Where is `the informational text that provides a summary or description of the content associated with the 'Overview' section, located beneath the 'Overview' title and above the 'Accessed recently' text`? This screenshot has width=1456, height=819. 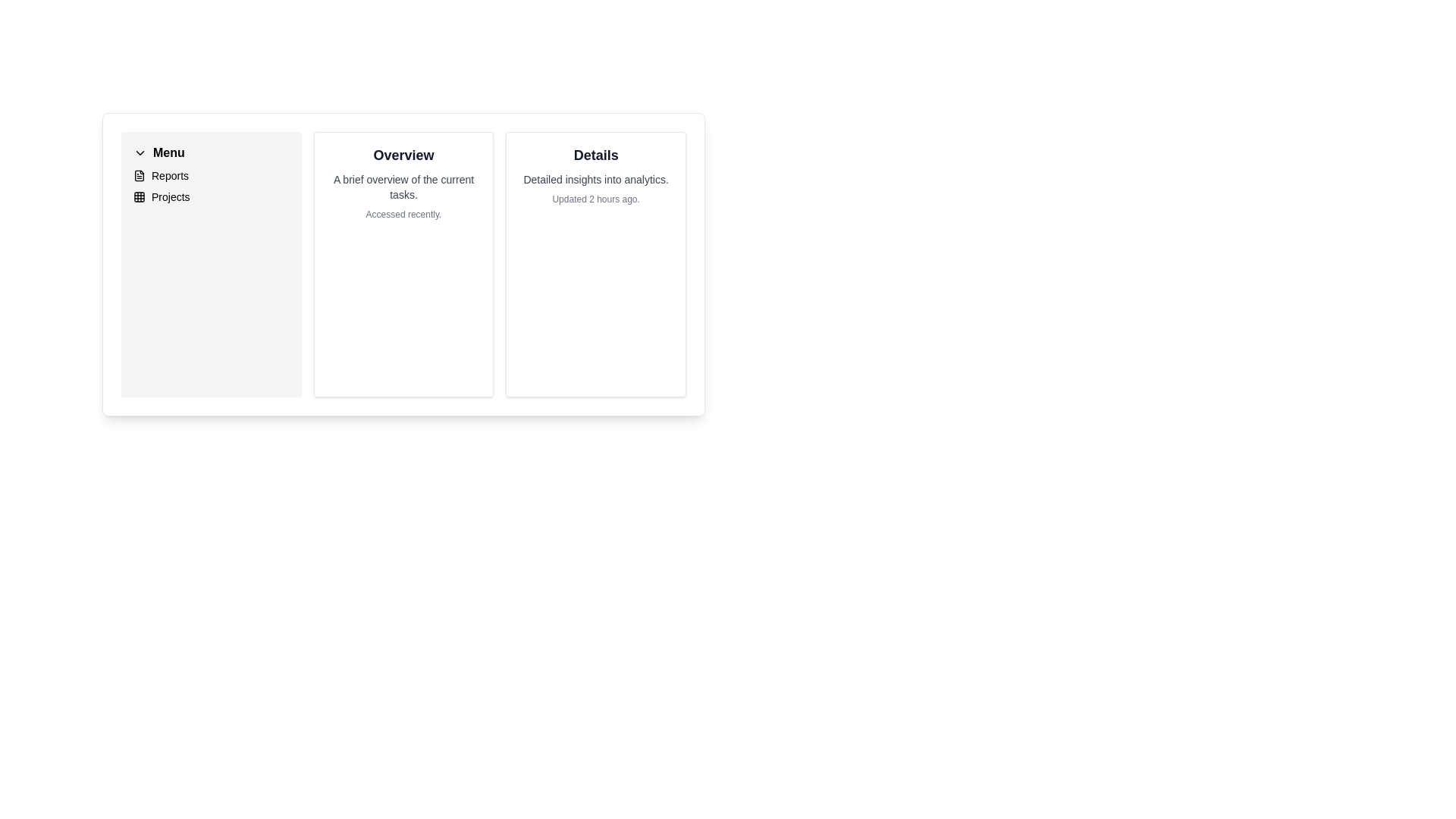 the informational text that provides a summary or description of the content associated with the 'Overview' section, located beneath the 'Overview' title and above the 'Accessed recently' text is located at coordinates (403, 186).